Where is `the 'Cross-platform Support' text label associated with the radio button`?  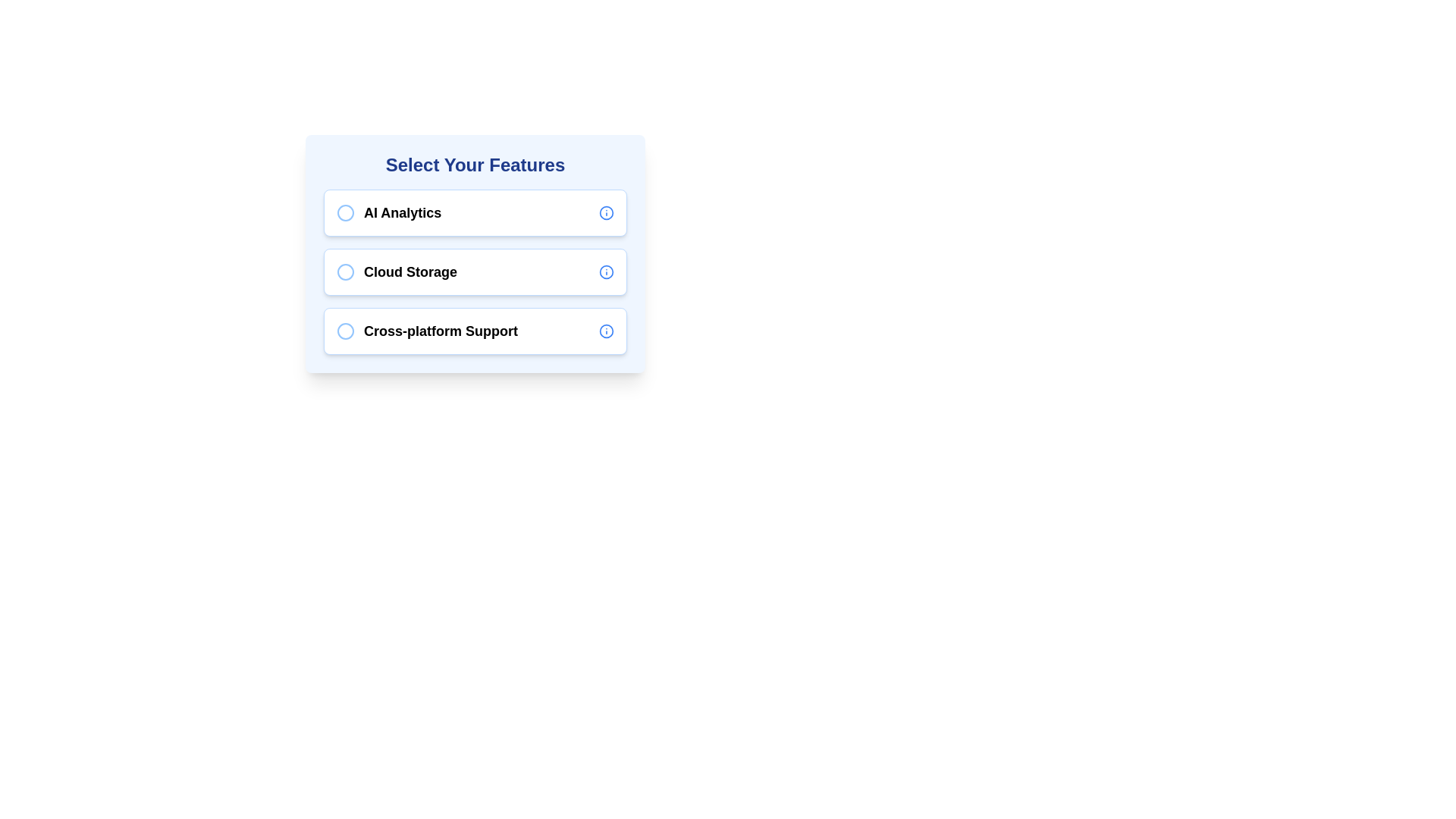 the 'Cross-platform Support' text label associated with the radio button is located at coordinates (426, 330).